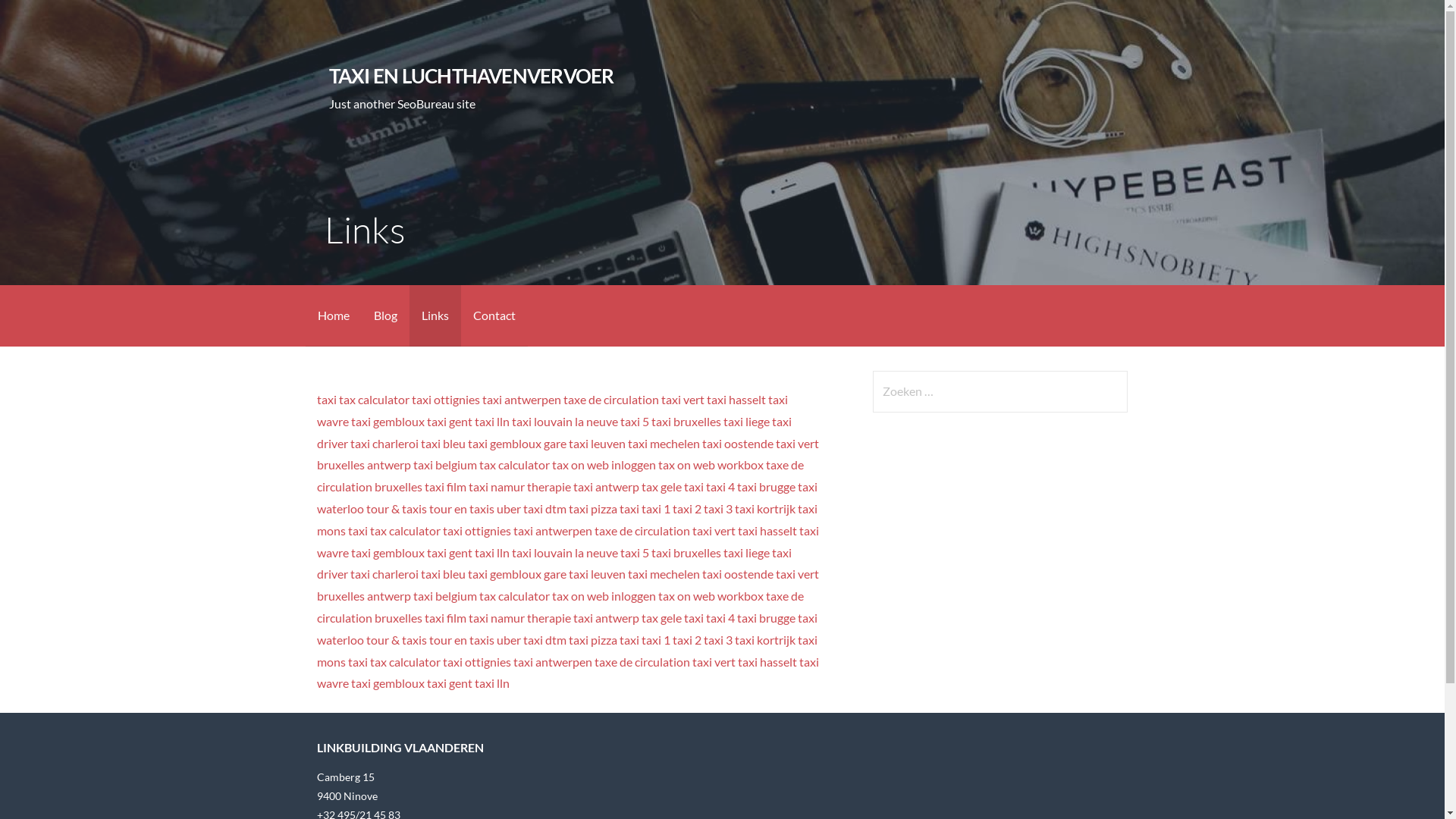 This screenshot has height=819, width=1456. Describe the element at coordinates (409, 315) in the screenshot. I see `'Links'` at that location.